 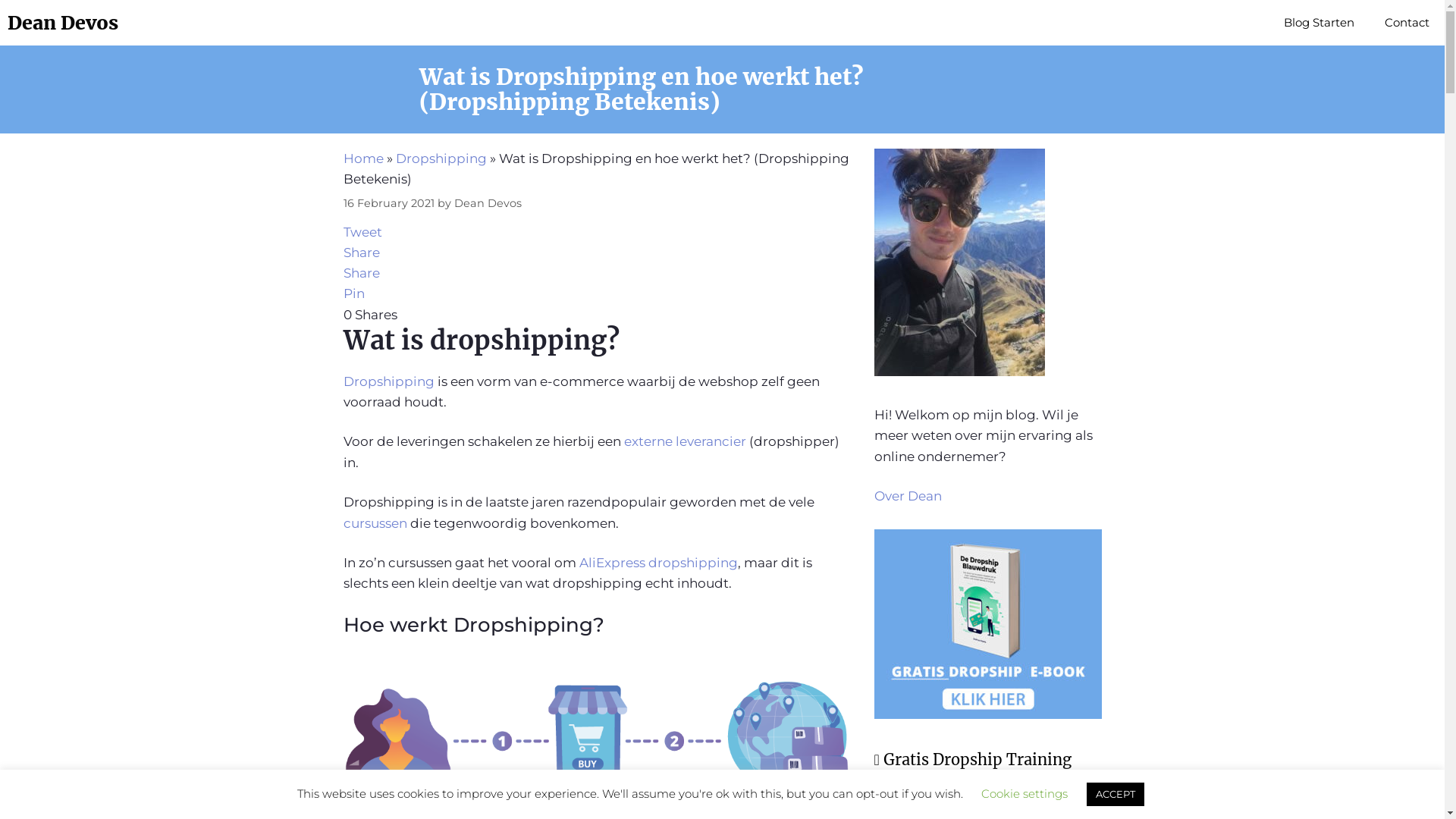 I want to click on 'Pin', so click(x=352, y=293).